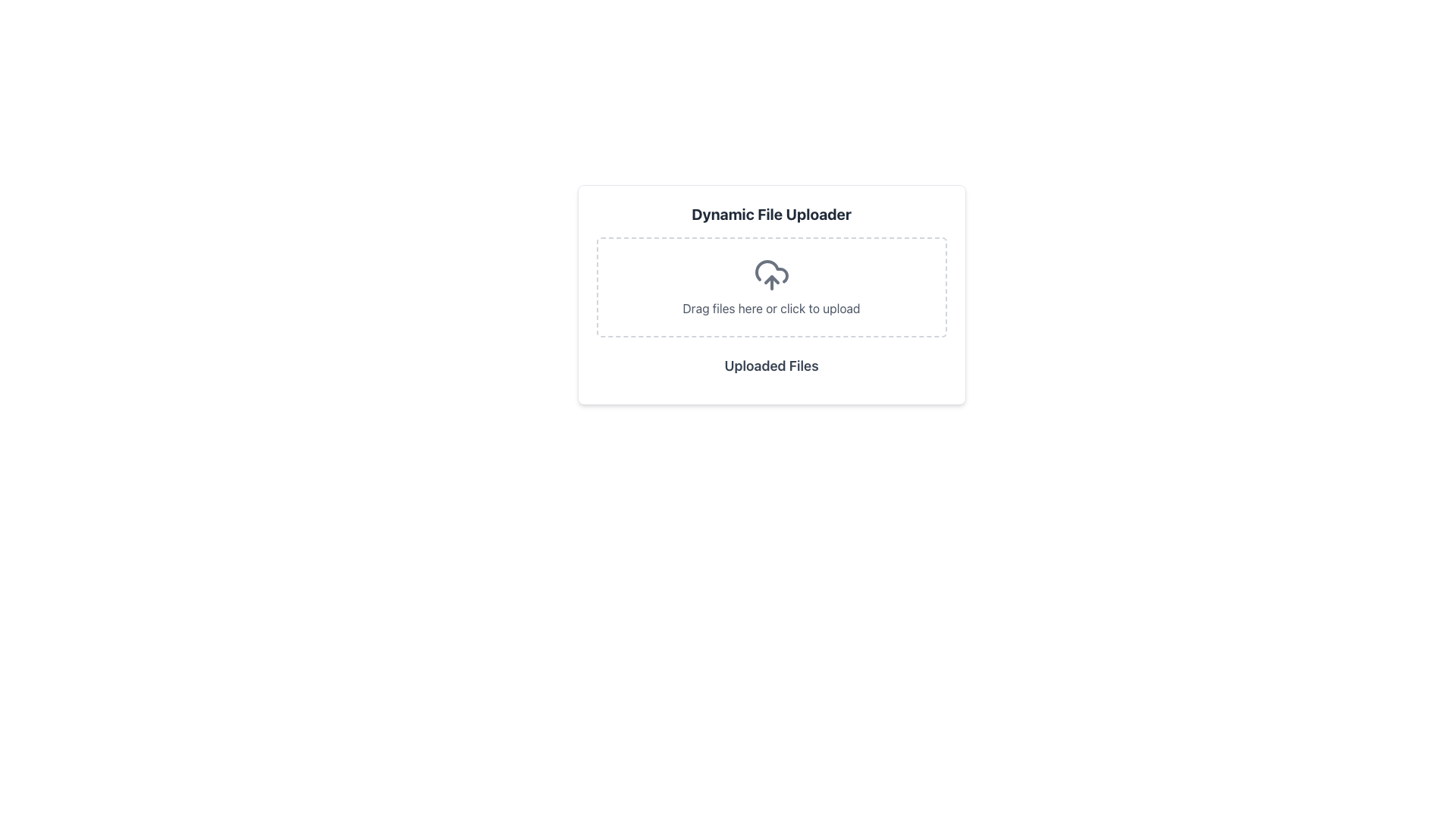 The width and height of the screenshot is (1456, 819). What do you see at coordinates (771, 287) in the screenshot?
I see `the File Upload Dropzone` at bounding box center [771, 287].